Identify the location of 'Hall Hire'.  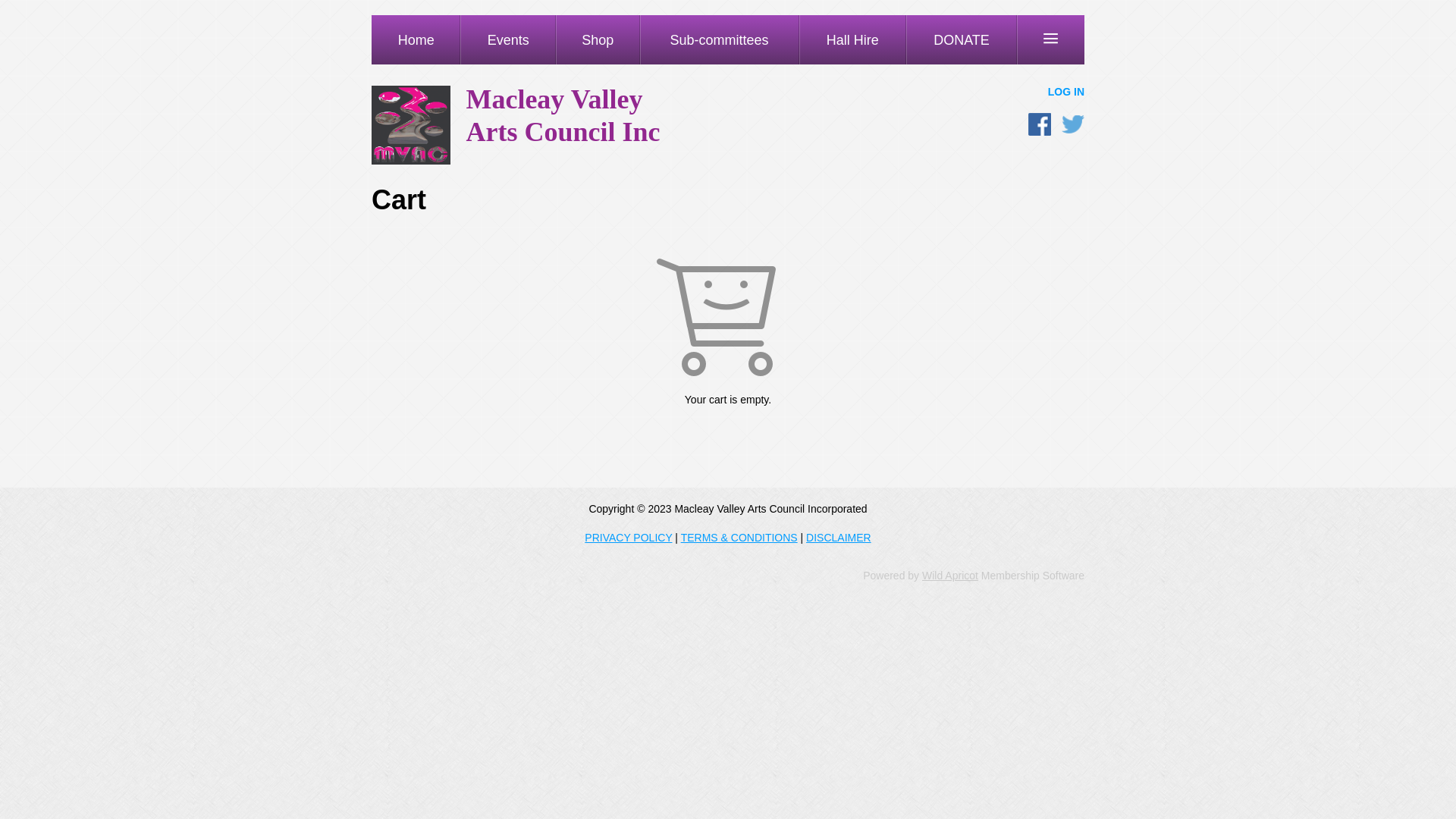
(852, 39).